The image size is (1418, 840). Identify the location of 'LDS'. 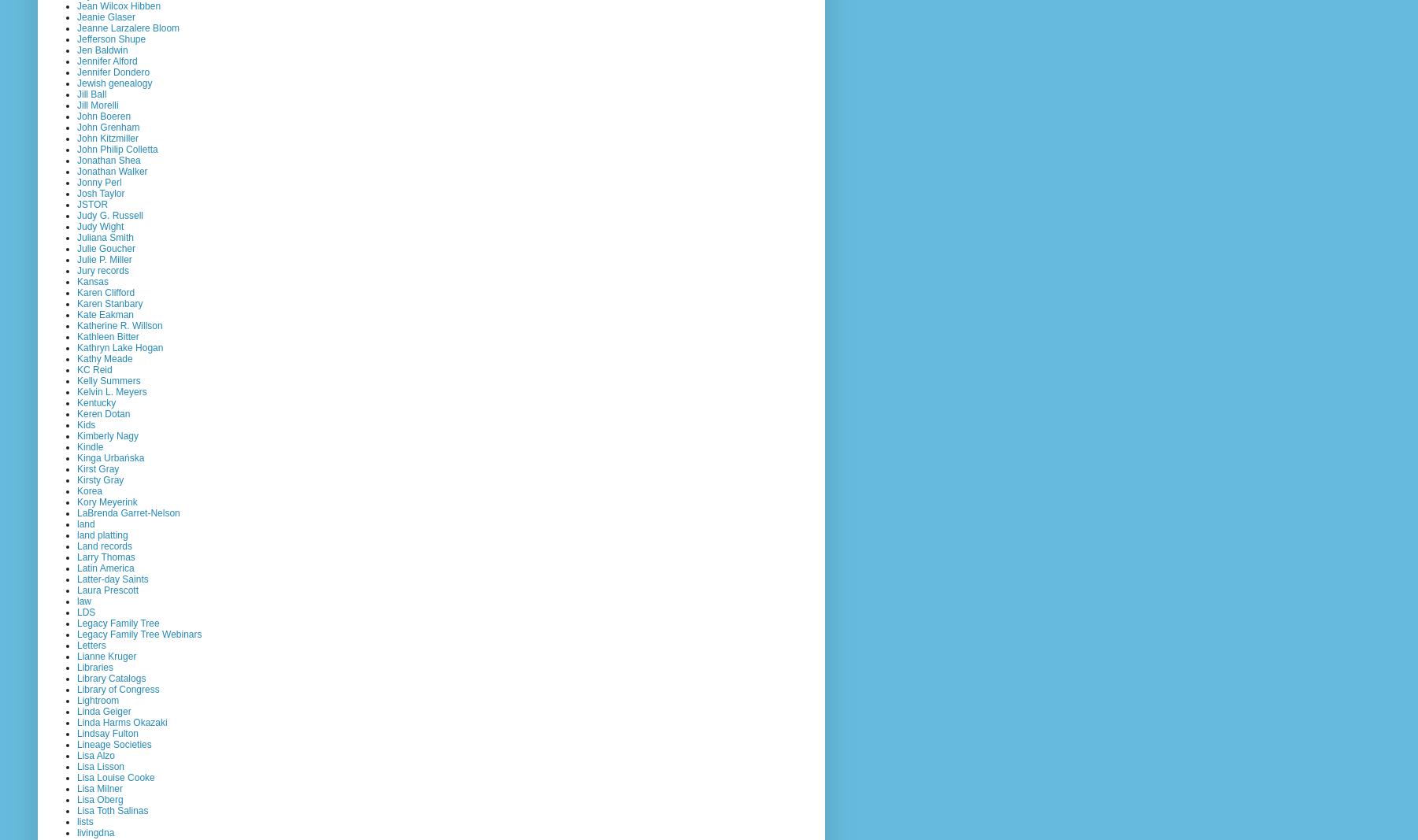
(86, 610).